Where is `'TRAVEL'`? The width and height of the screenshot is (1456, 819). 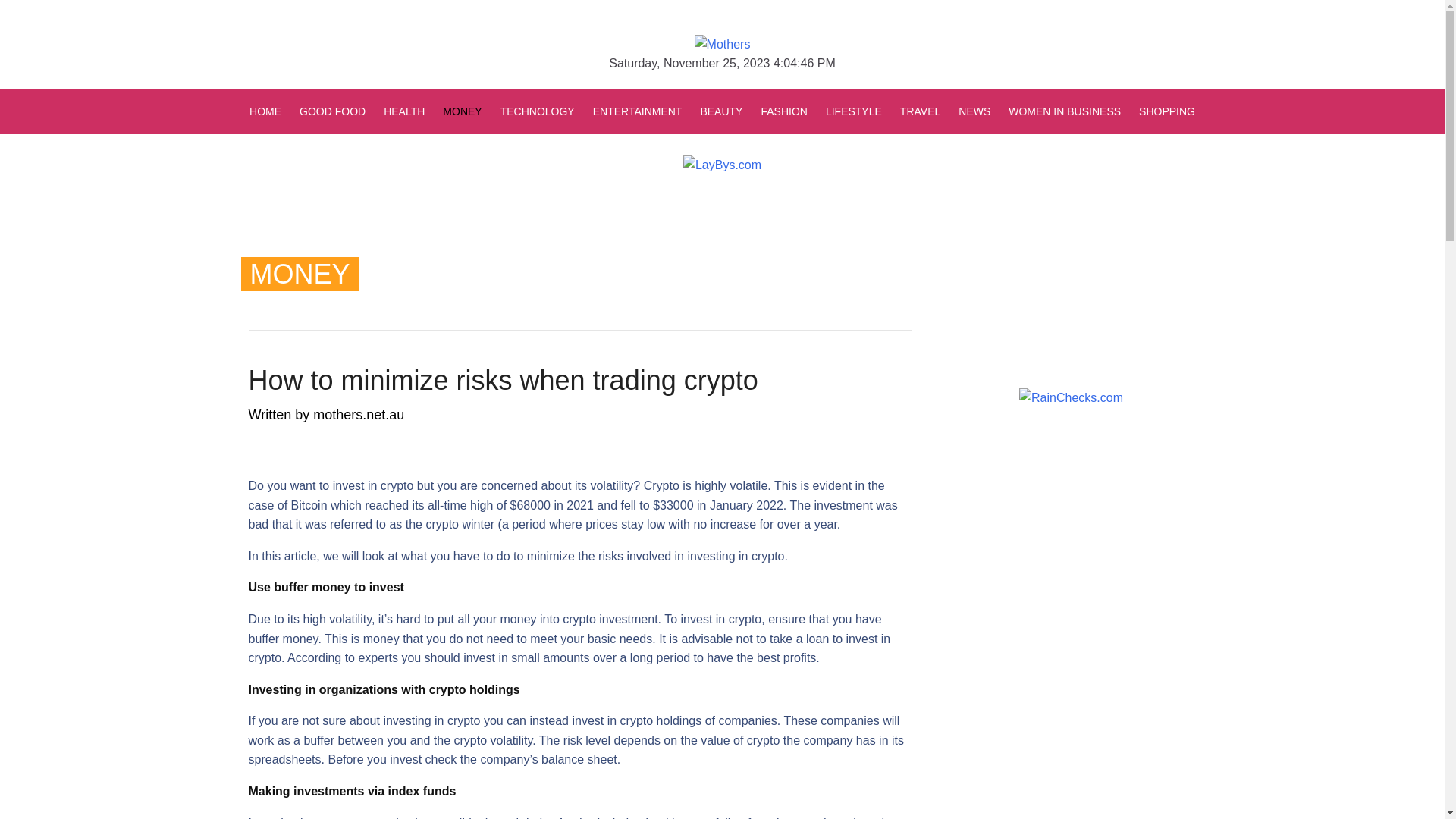 'TRAVEL' is located at coordinates (919, 110).